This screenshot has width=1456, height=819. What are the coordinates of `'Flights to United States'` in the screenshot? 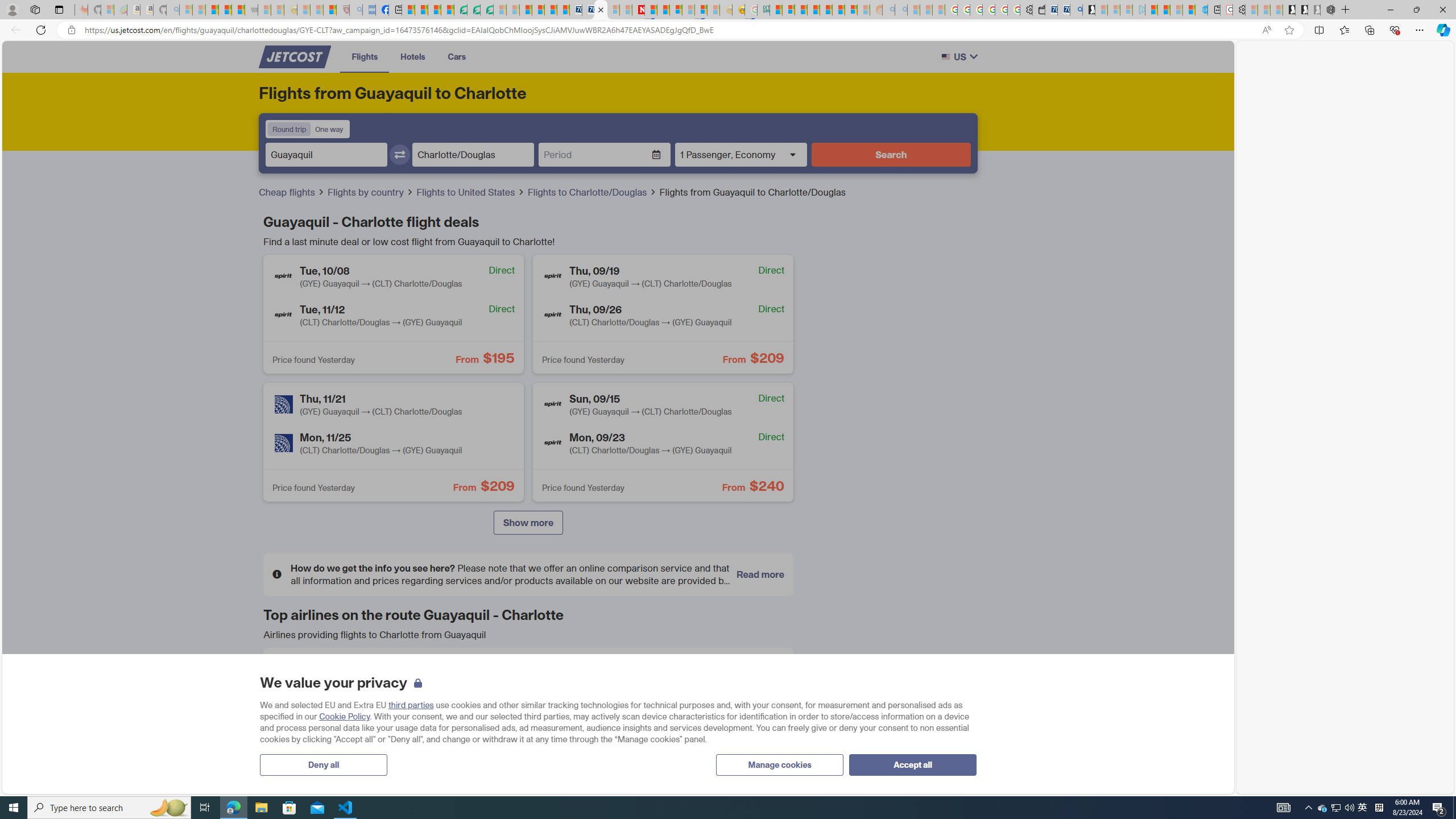 It's located at (470, 192).